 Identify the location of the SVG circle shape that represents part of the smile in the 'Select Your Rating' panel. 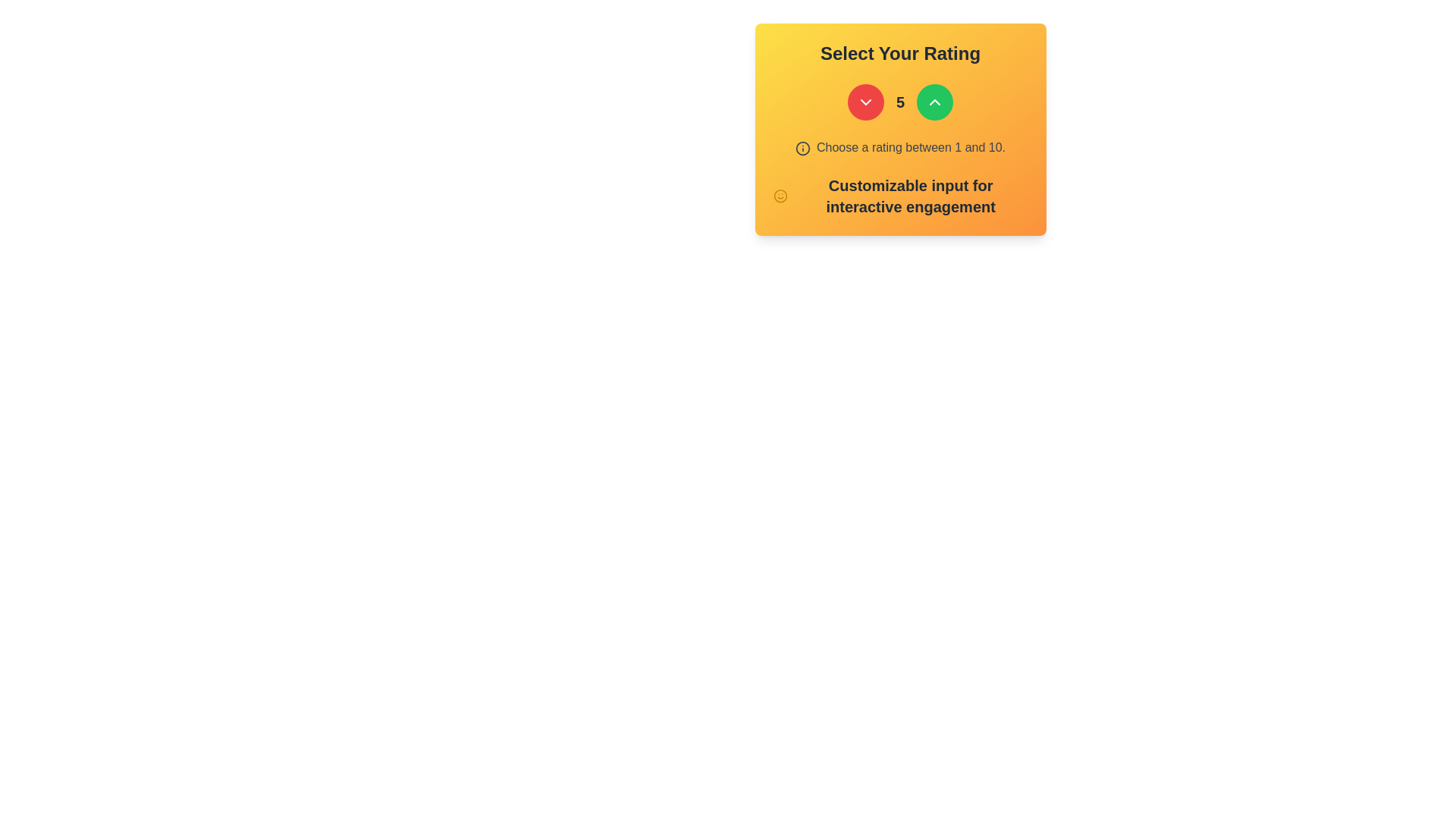
(780, 195).